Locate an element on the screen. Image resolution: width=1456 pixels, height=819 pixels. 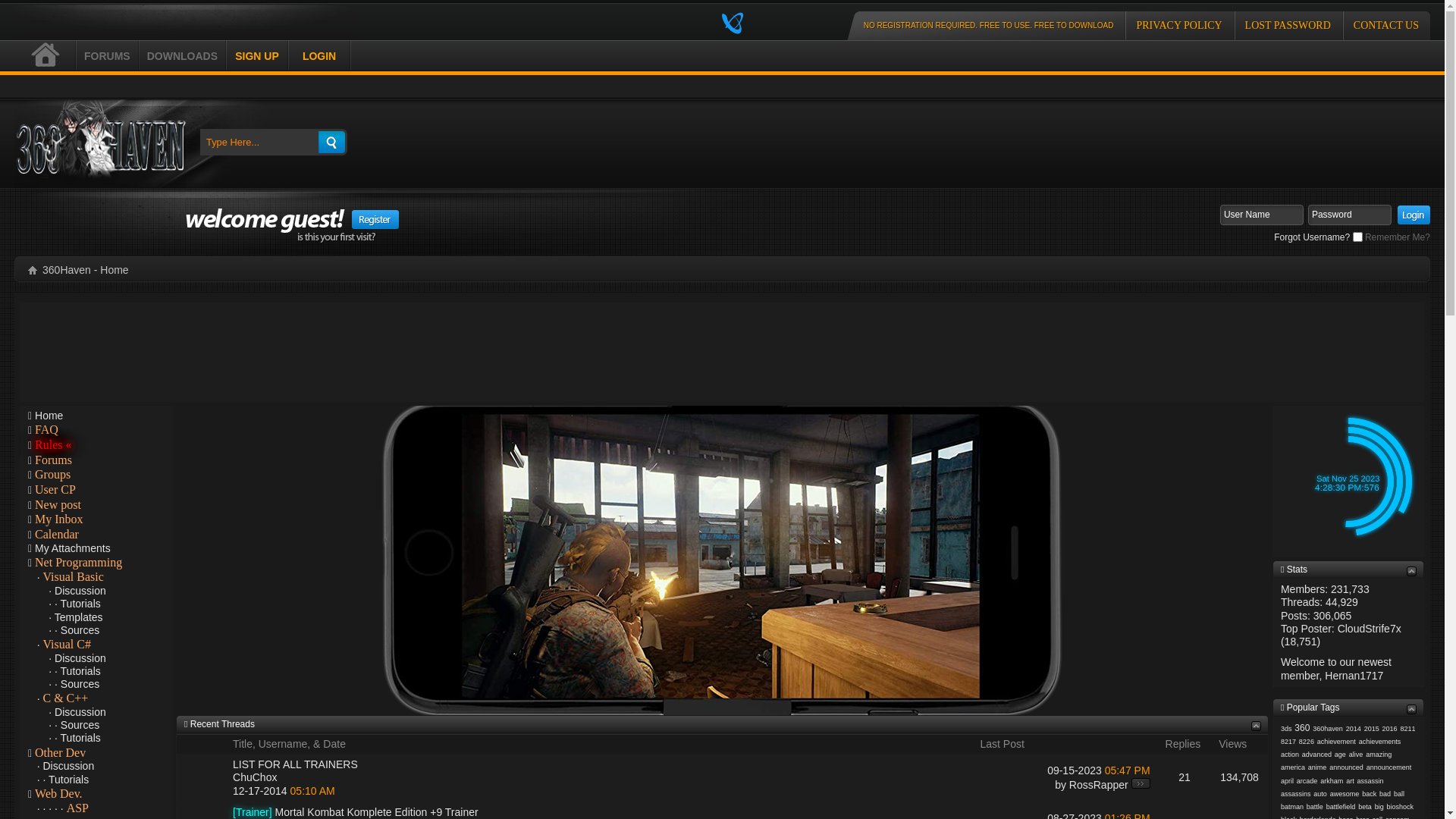
'Other Dev' is located at coordinates (60, 752).